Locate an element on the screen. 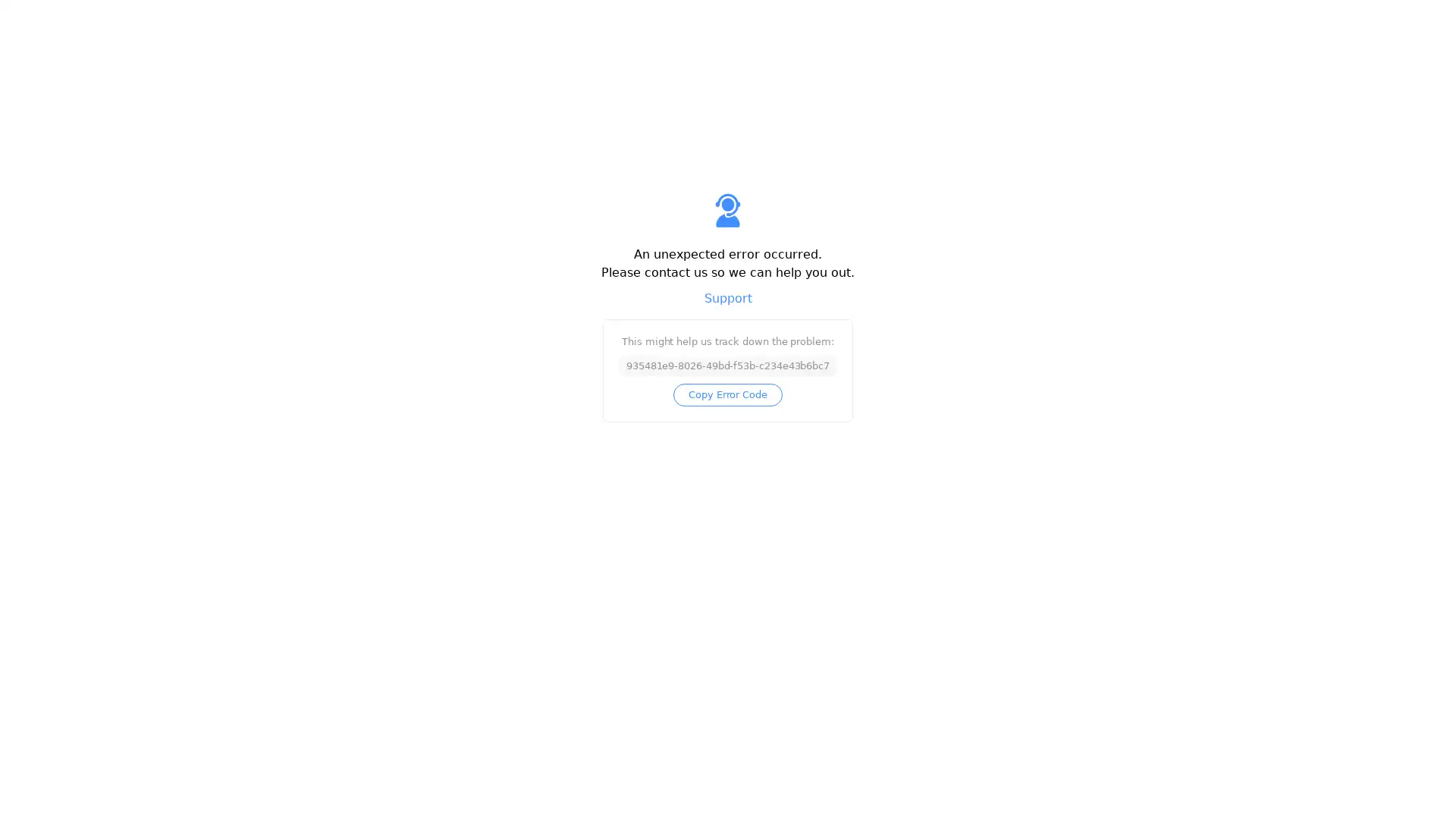 This screenshot has width=1456, height=819. Copy Error Code to Clipboard is located at coordinates (726, 394).